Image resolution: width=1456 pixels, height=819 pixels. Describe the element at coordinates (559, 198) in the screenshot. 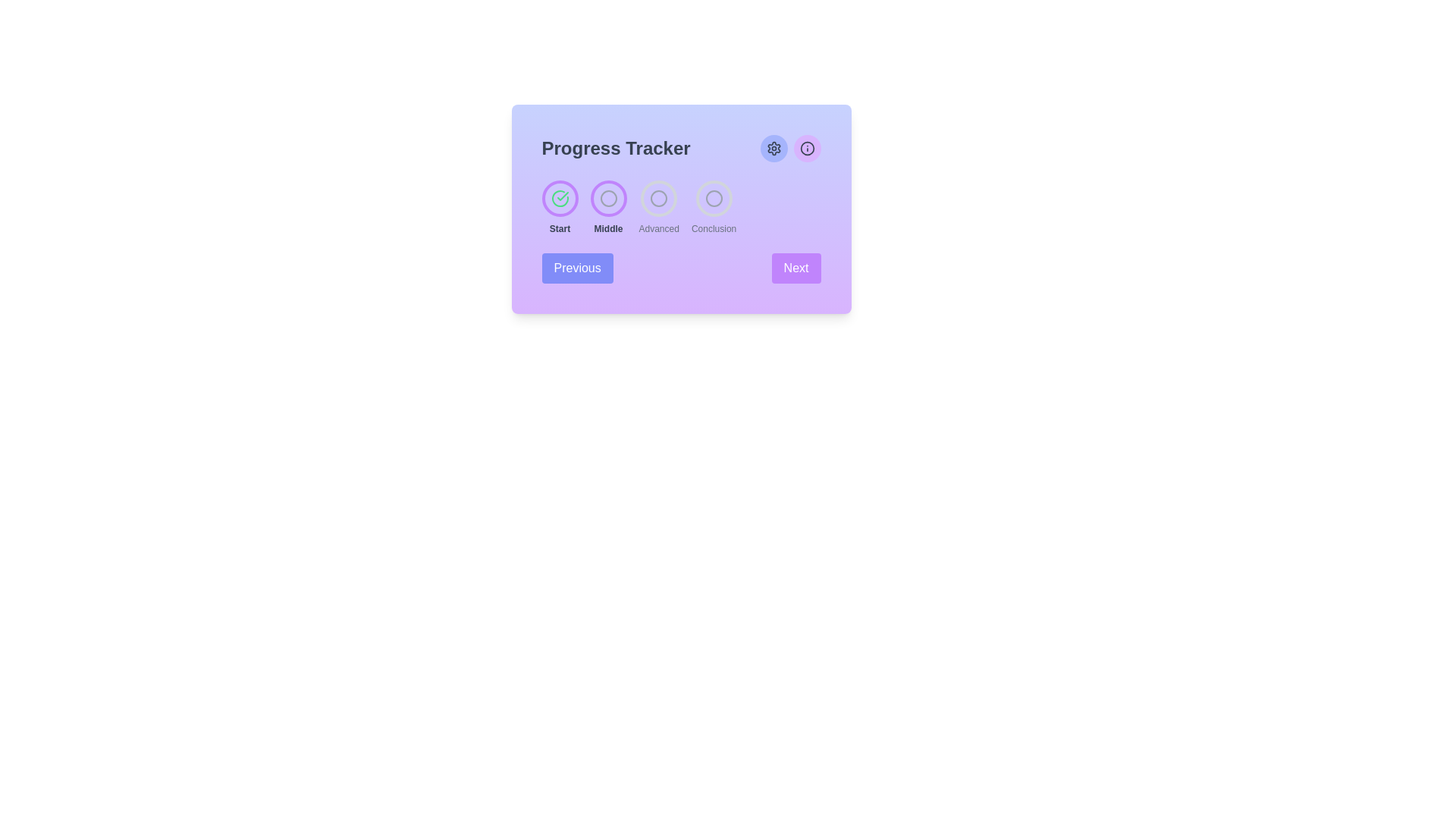

I see `the Circular status indicator labeled 'Start' in the progress tracker, which signifies the completion of the first step` at that location.